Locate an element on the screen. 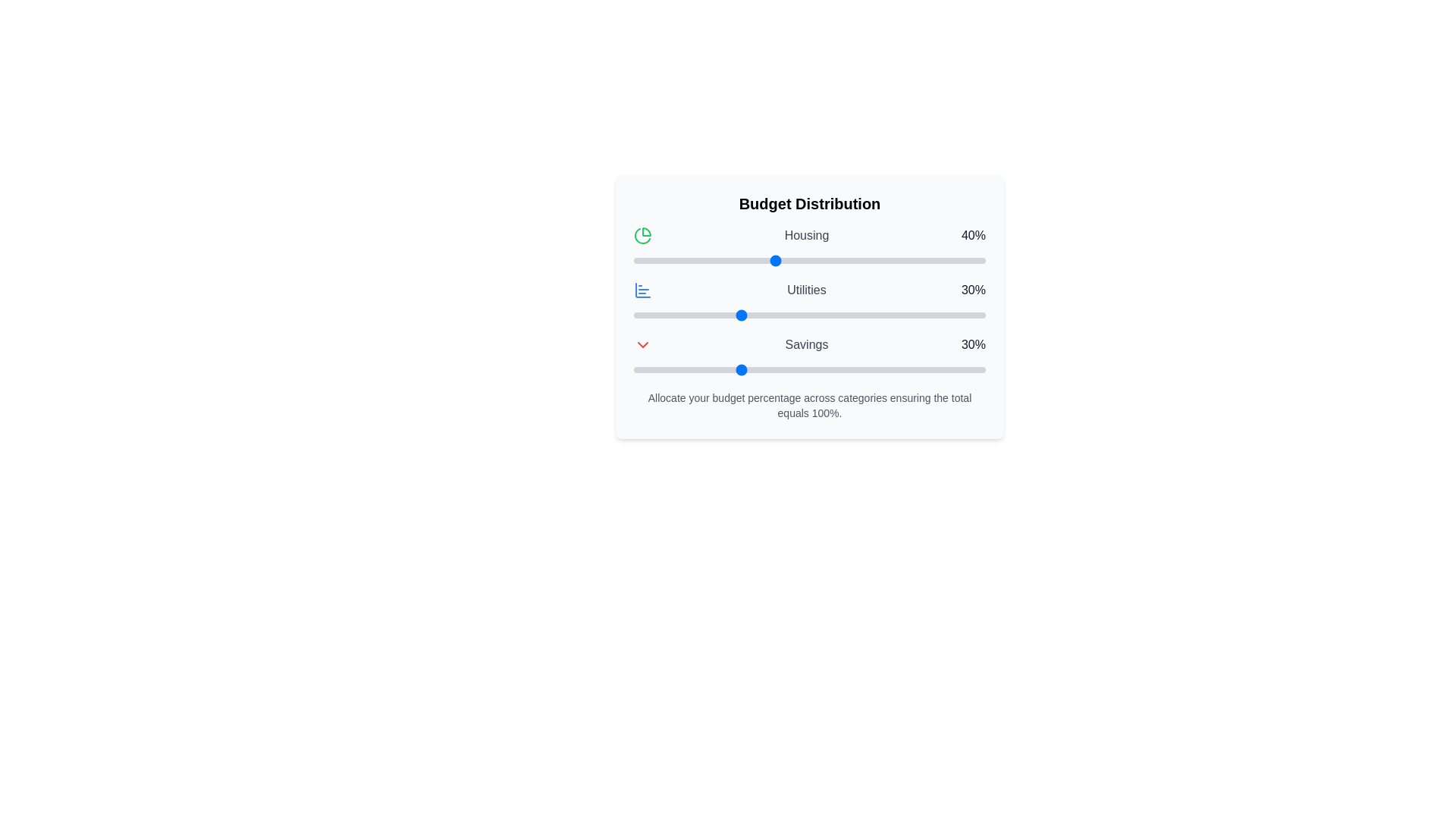 The height and width of the screenshot is (819, 1456). the static text label describing the budget category 'Housing', which is centrally located in the top row of the 'Budget Distribution' card, positioned between a green pie chart icon and the percentage text '40%.' is located at coordinates (806, 236).